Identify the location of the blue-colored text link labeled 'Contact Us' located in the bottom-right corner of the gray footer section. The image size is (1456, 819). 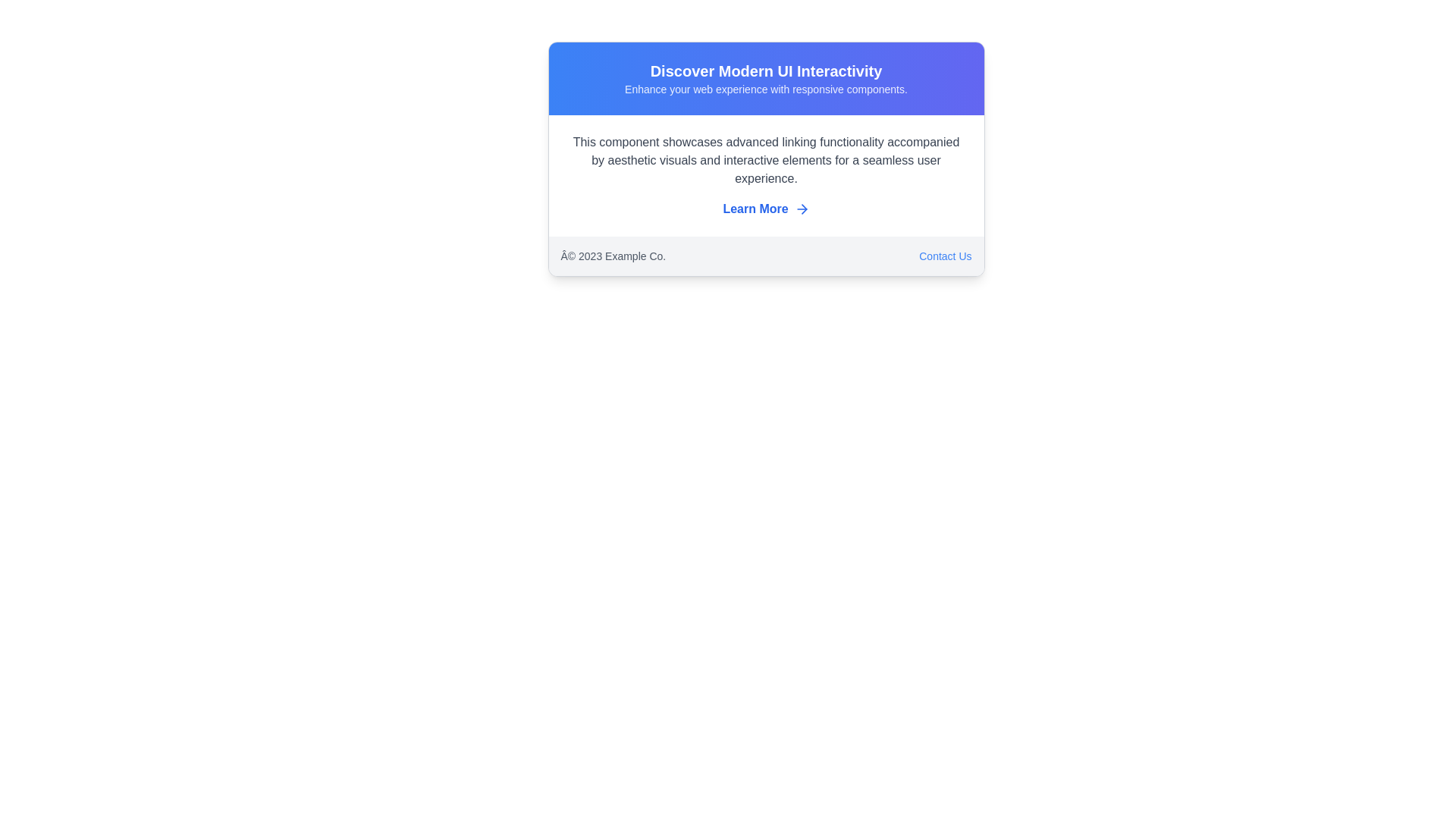
(944, 256).